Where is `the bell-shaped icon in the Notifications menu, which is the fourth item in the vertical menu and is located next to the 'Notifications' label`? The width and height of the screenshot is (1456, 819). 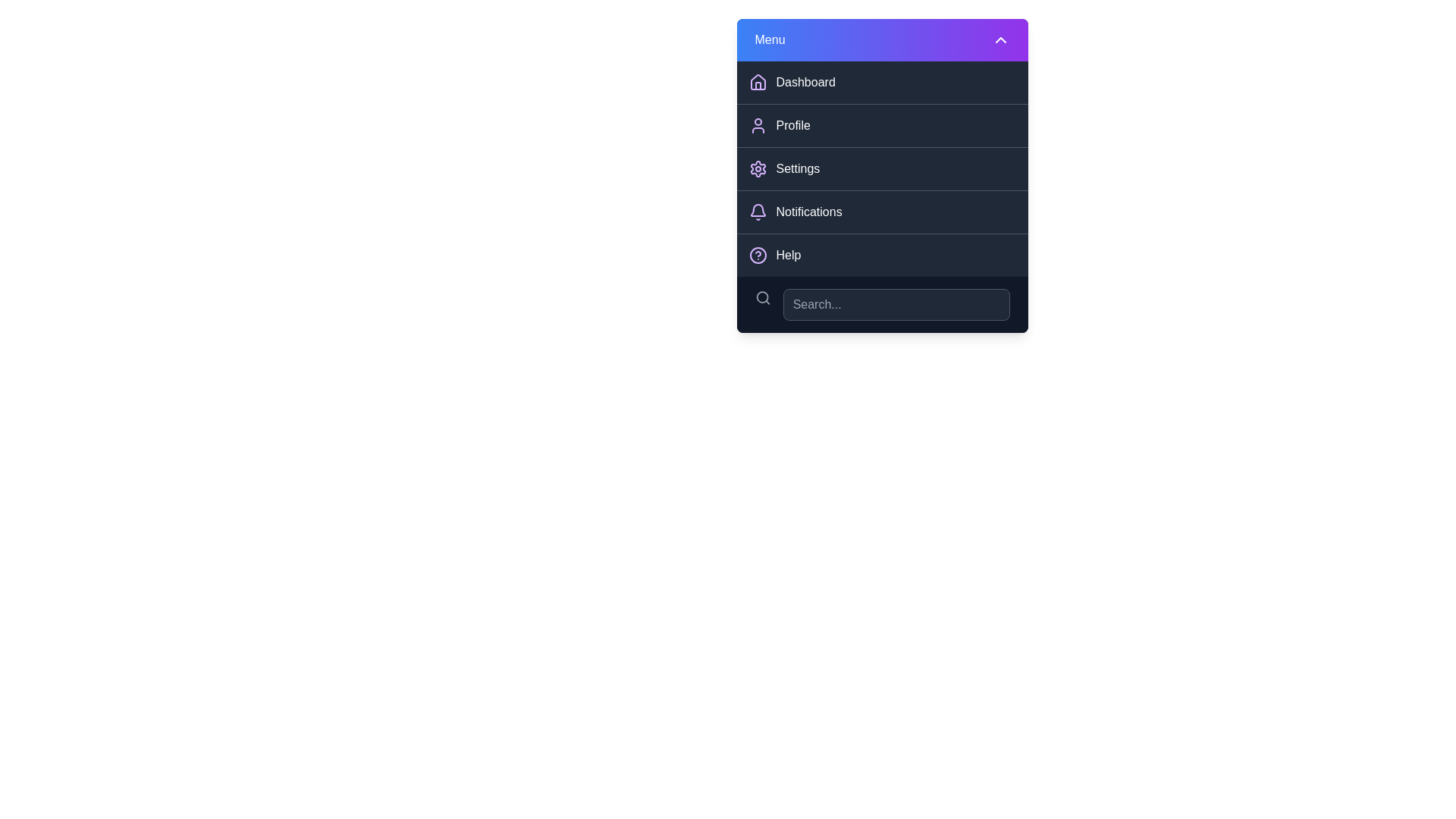
the bell-shaped icon in the Notifications menu, which is the fourth item in the vertical menu and is located next to the 'Notifications' label is located at coordinates (758, 210).